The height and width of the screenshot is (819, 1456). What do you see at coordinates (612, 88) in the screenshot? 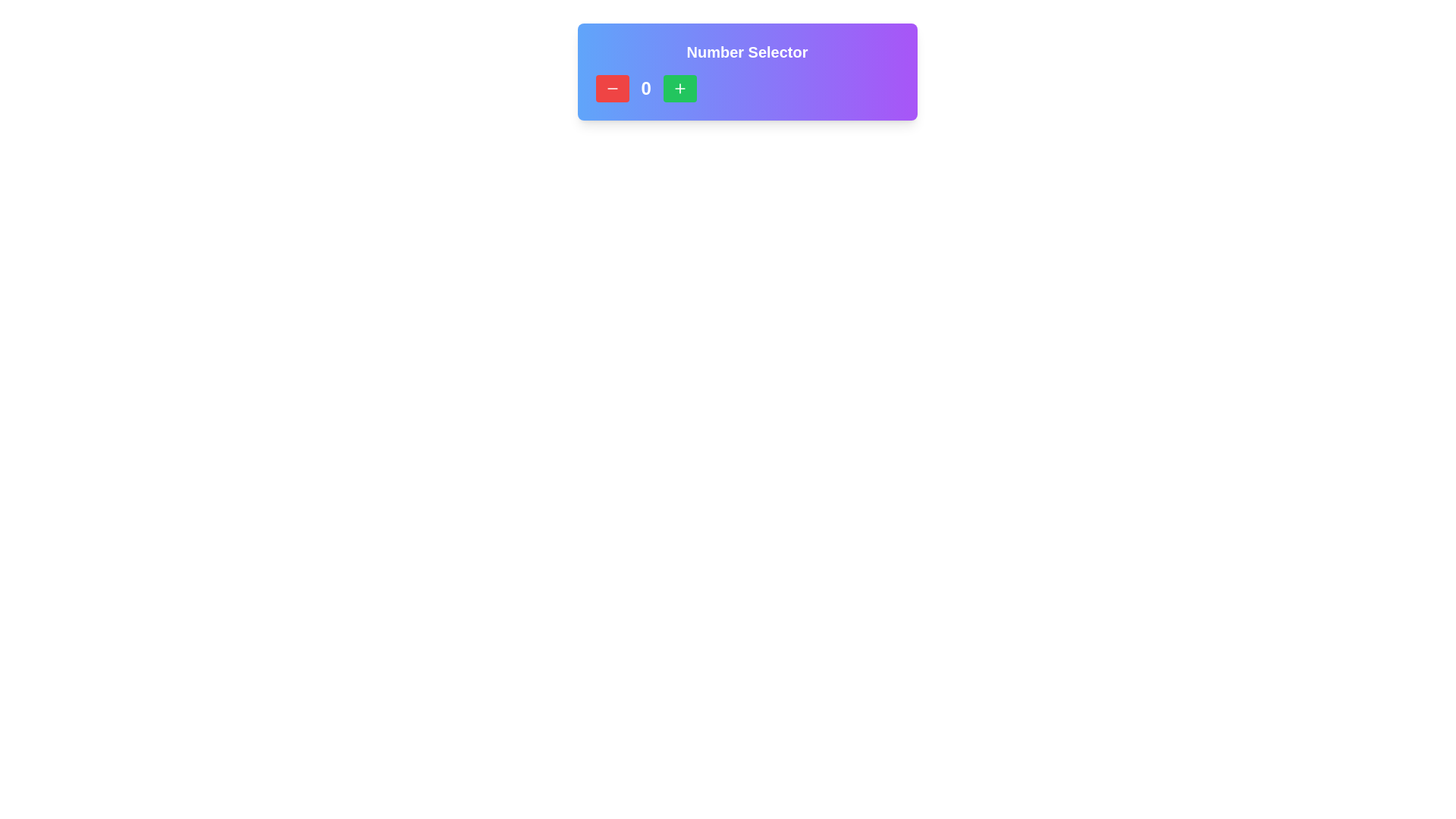
I see `the button that decreases the displayed numeric value, which is positioned to the left of a bold white '0' text and a green plus button` at bounding box center [612, 88].